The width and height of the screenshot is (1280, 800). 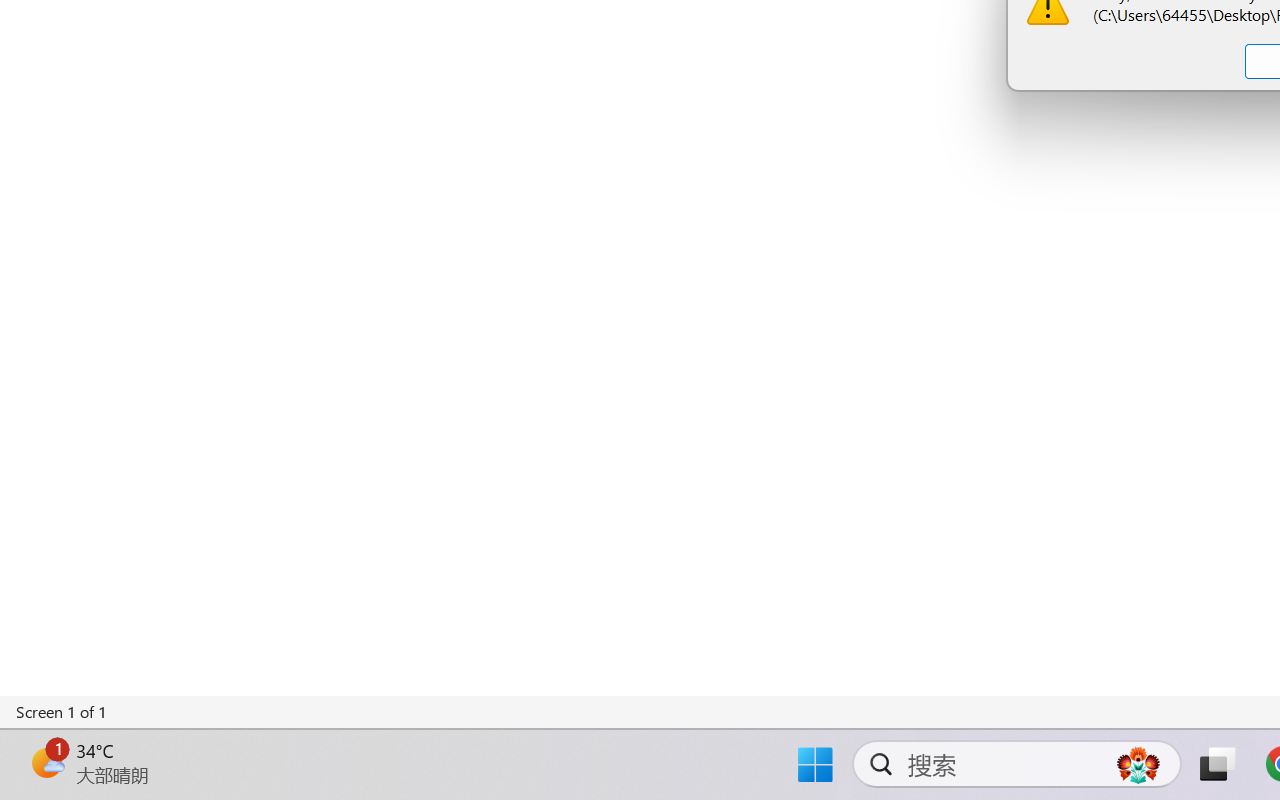 I want to click on 'AutomationID: DynamicSearchBoxGleamImage', so click(x=1138, y=764).